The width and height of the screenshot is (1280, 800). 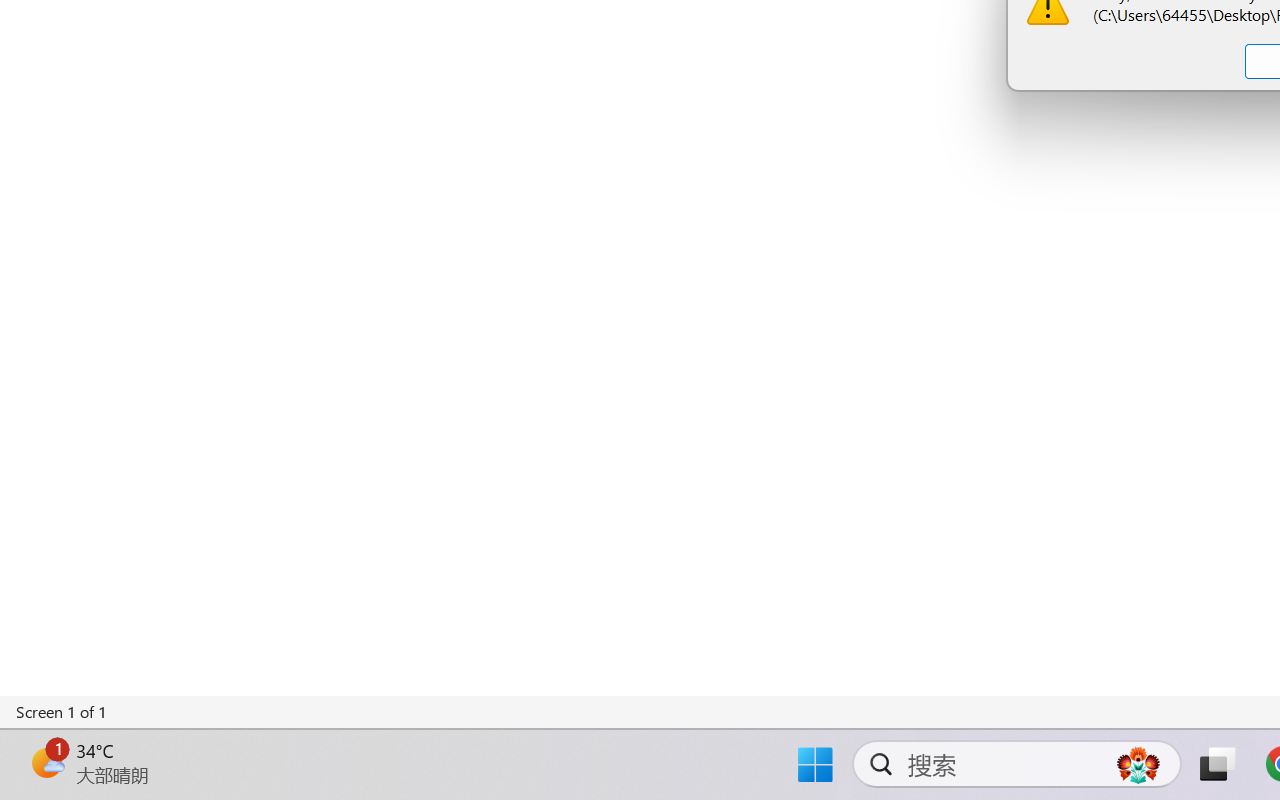 I want to click on 'AutomationID: DynamicSearchBoxGleamImage', so click(x=1138, y=764).